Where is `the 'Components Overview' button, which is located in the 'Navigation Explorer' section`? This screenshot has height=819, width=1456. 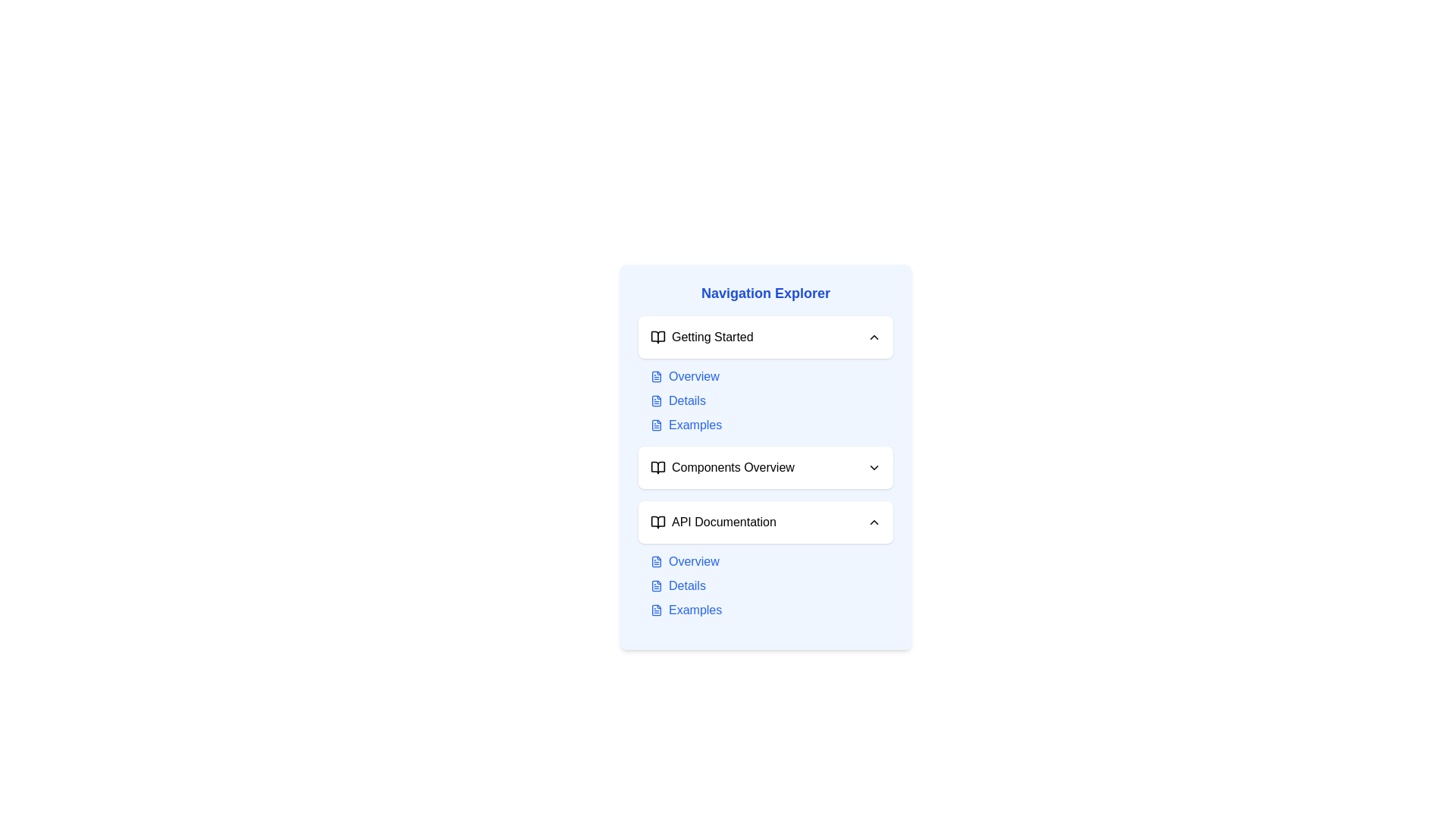 the 'Components Overview' button, which is located in the 'Navigation Explorer' section is located at coordinates (765, 467).